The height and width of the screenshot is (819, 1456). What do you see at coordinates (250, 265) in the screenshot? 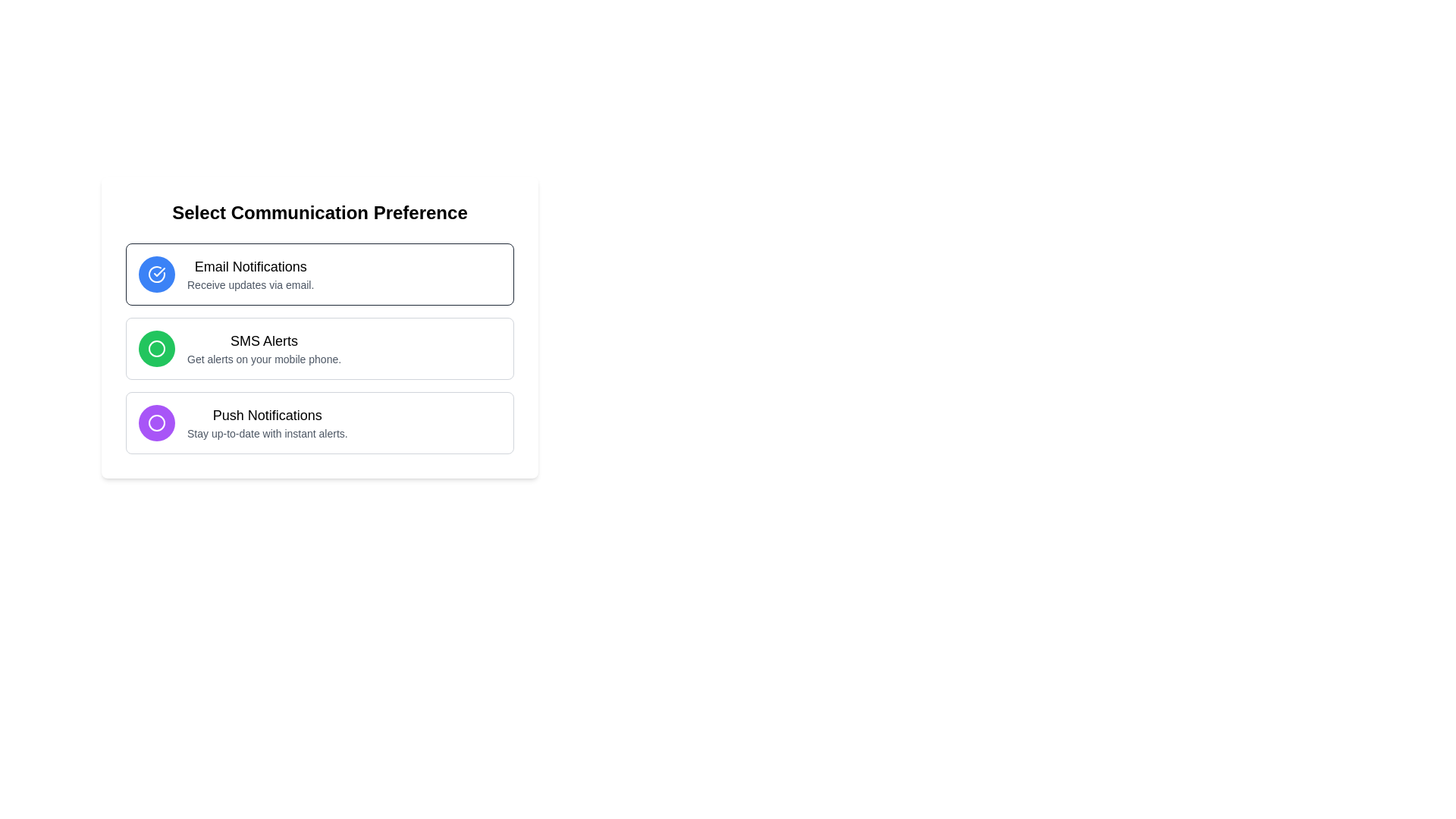
I see `the text label indicating email notifications, which is the title of the first communication preference option, positioned above the description 'Receive updates via email.'` at bounding box center [250, 265].